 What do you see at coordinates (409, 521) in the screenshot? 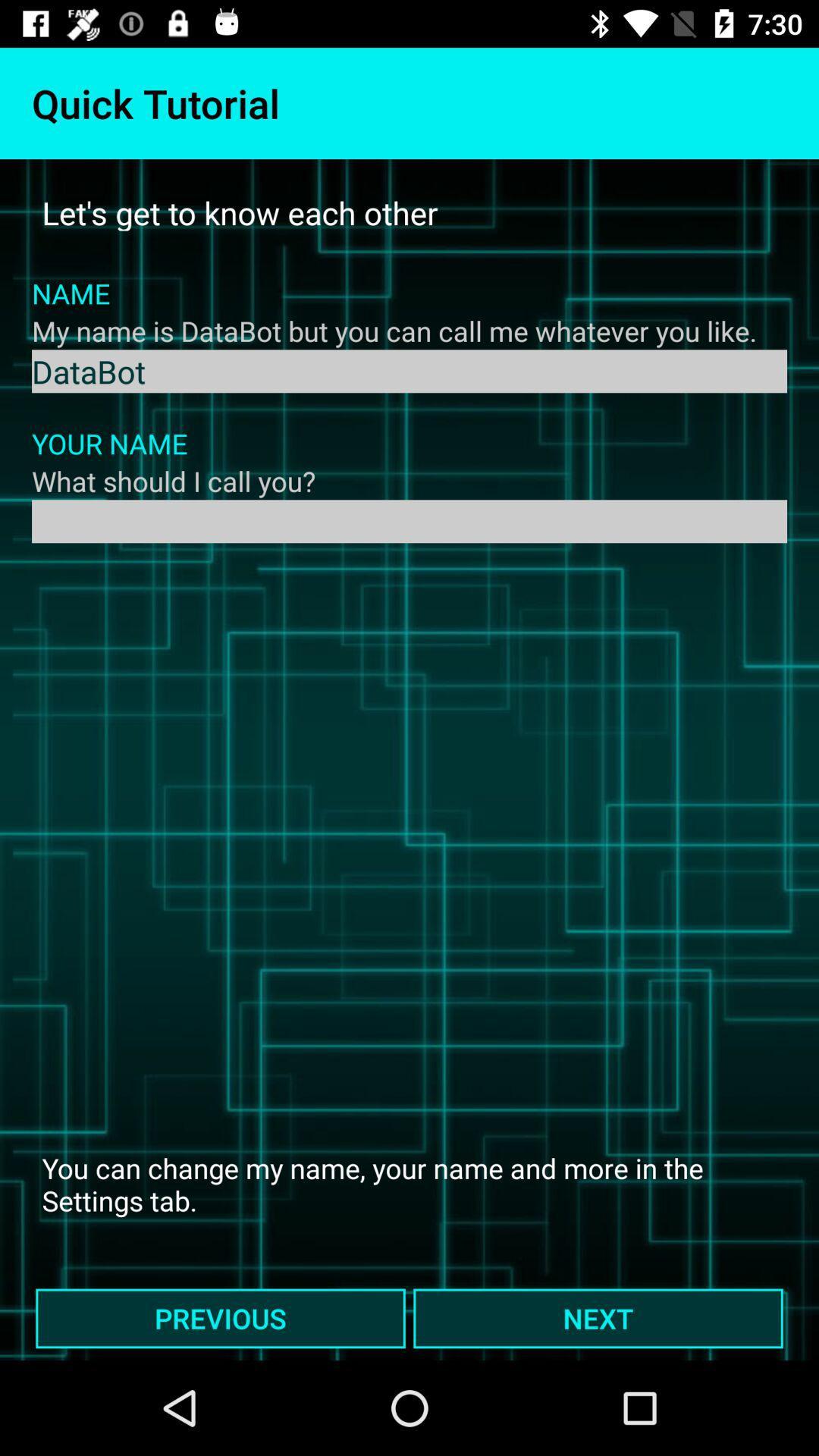
I see `open text box` at bounding box center [409, 521].